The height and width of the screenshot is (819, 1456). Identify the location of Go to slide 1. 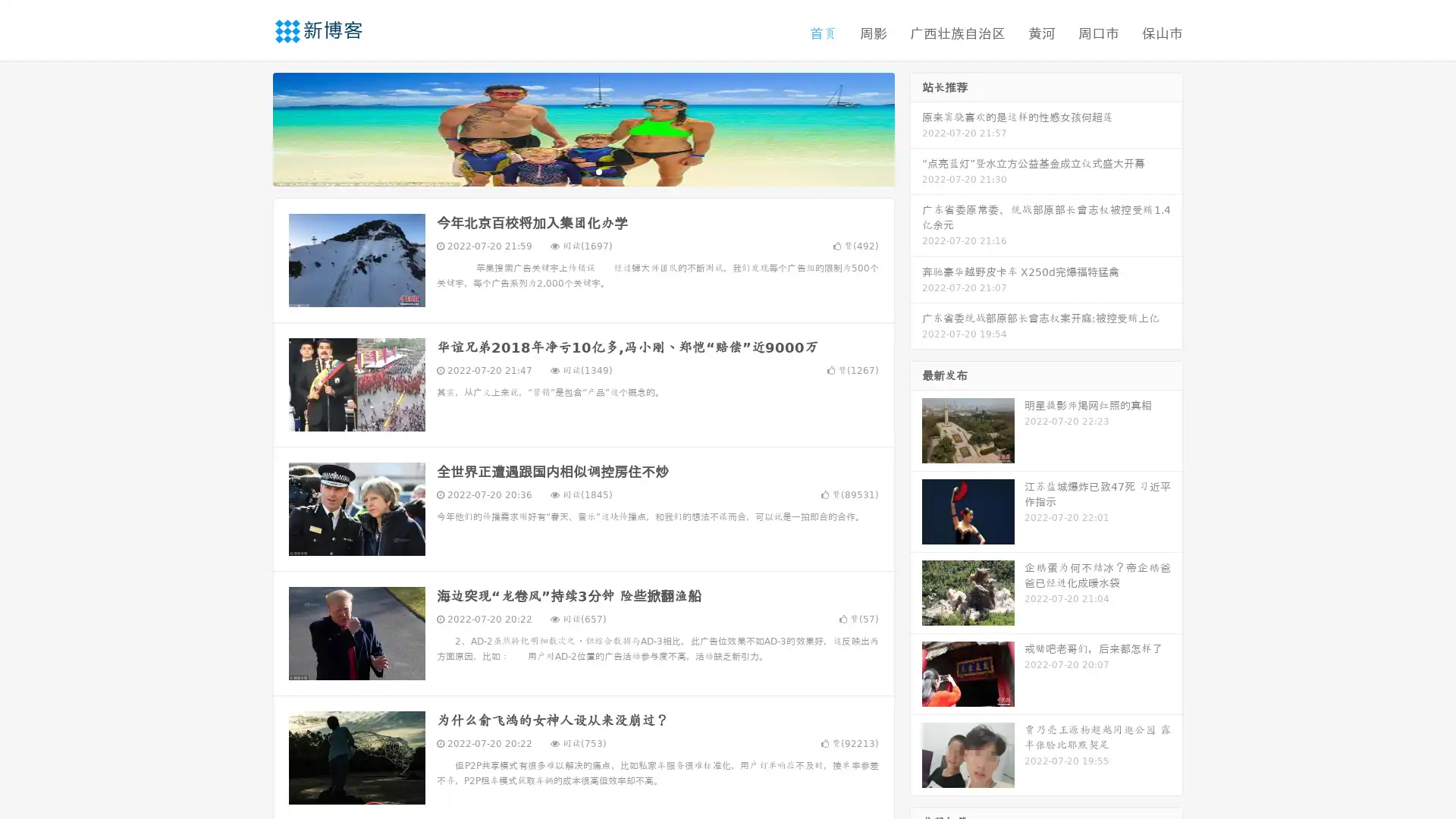
(567, 171).